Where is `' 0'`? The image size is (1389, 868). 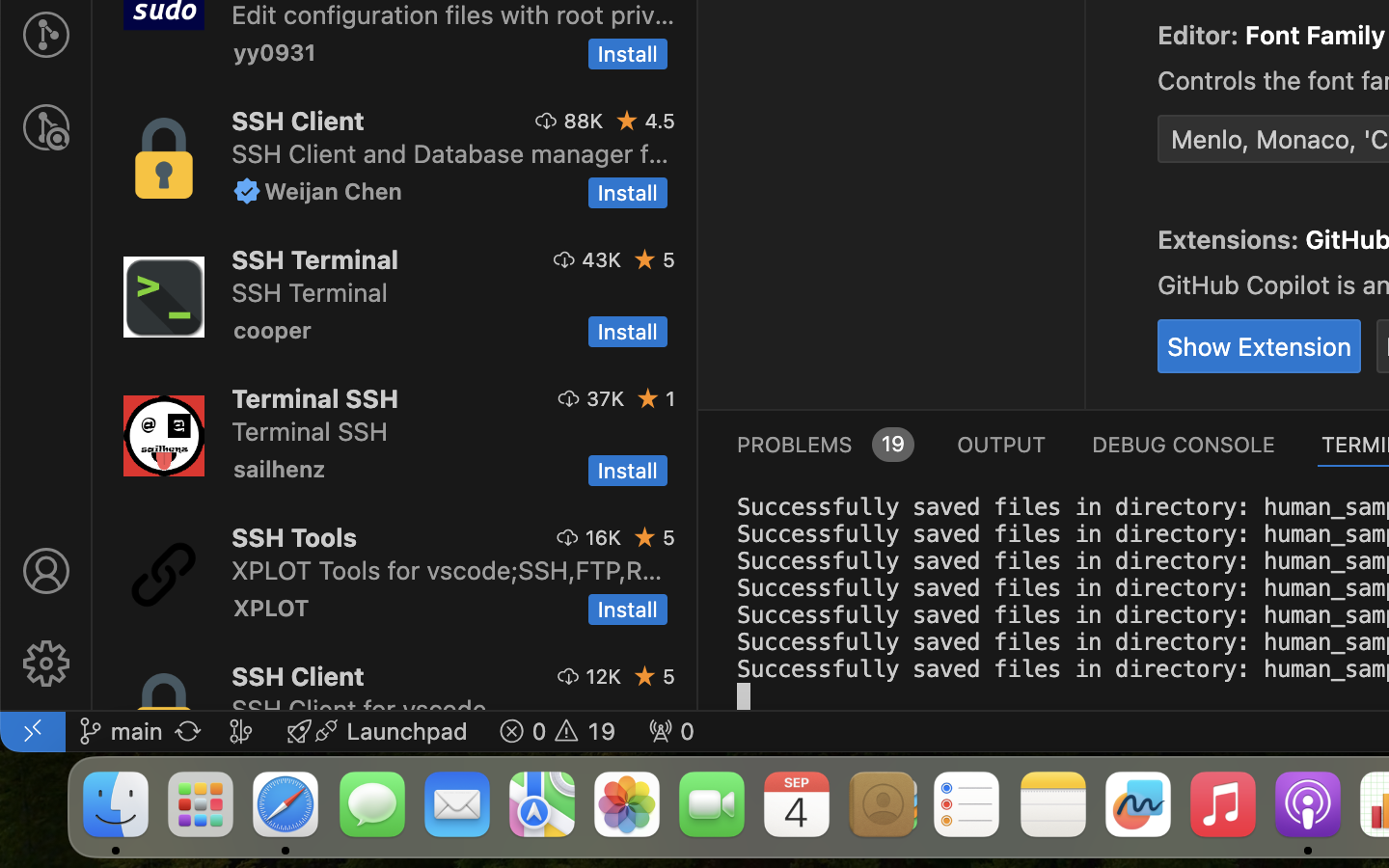 ' 0' is located at coordinates (670, 729).